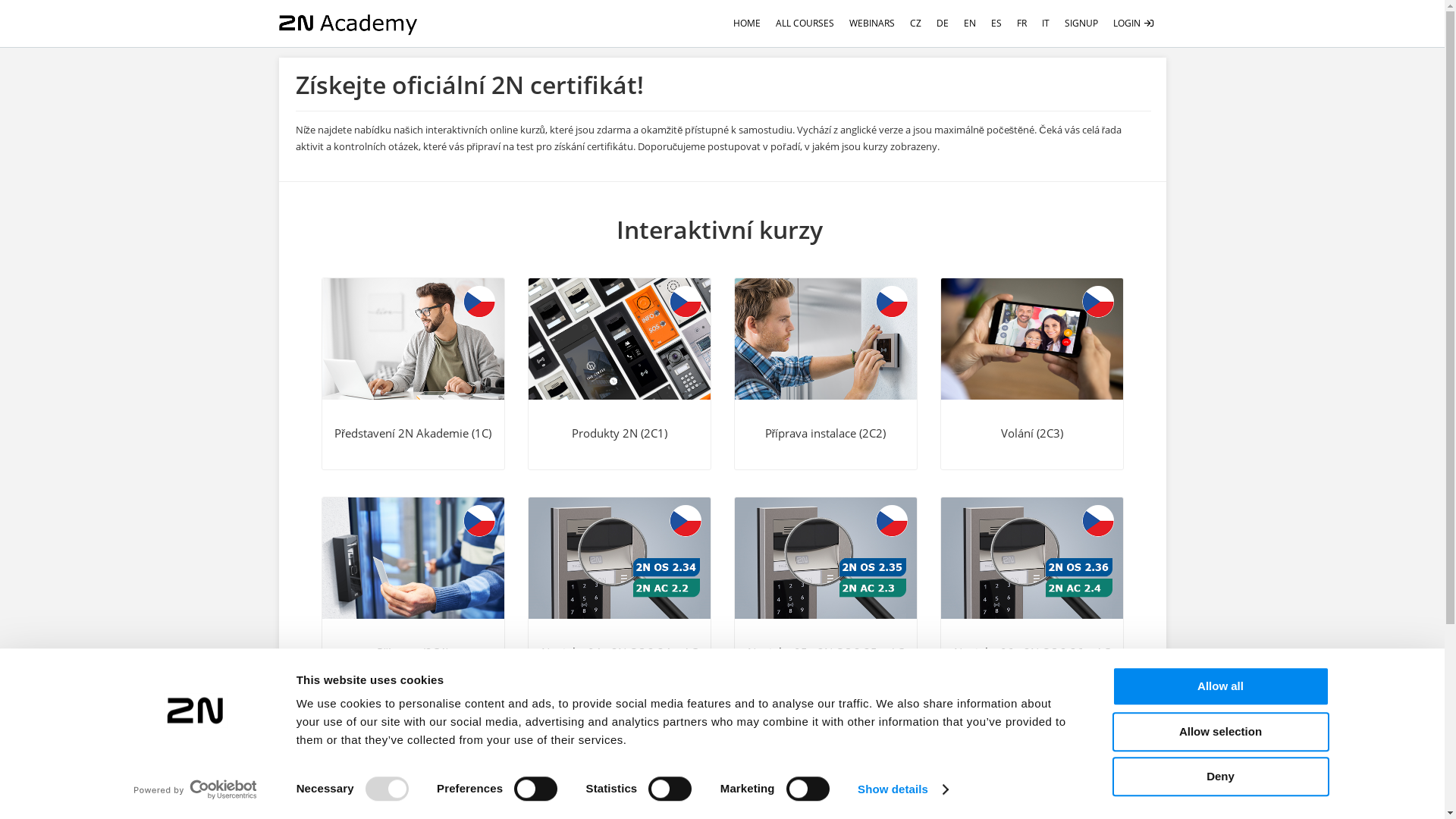  What do you see at coordinates (1219, 730) in the screenshot?
I see `'Allow selection'` at bounding box center [1219, 730].